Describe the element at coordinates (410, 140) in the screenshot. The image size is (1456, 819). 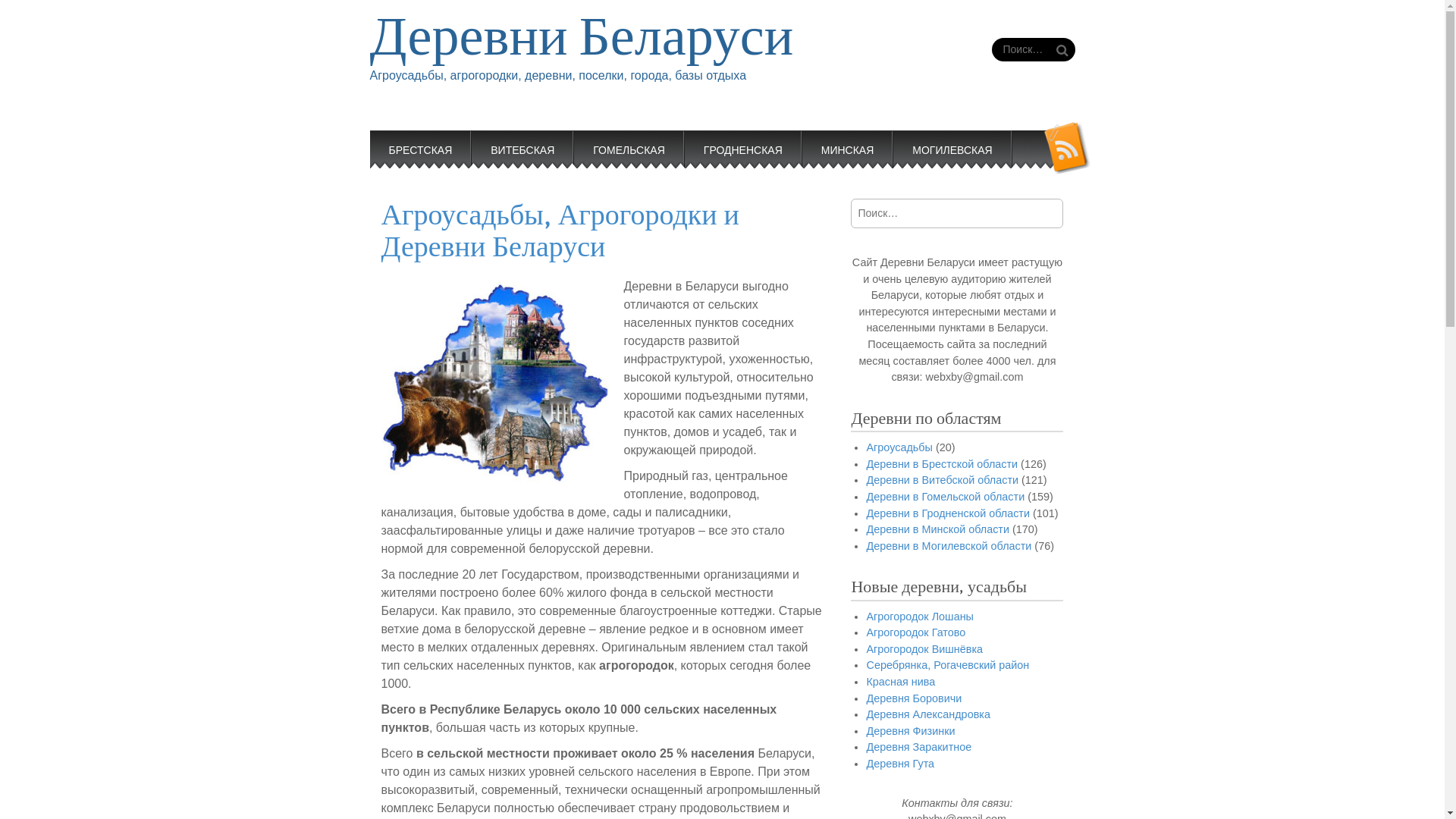
I see `'Skip to content'` at that location.